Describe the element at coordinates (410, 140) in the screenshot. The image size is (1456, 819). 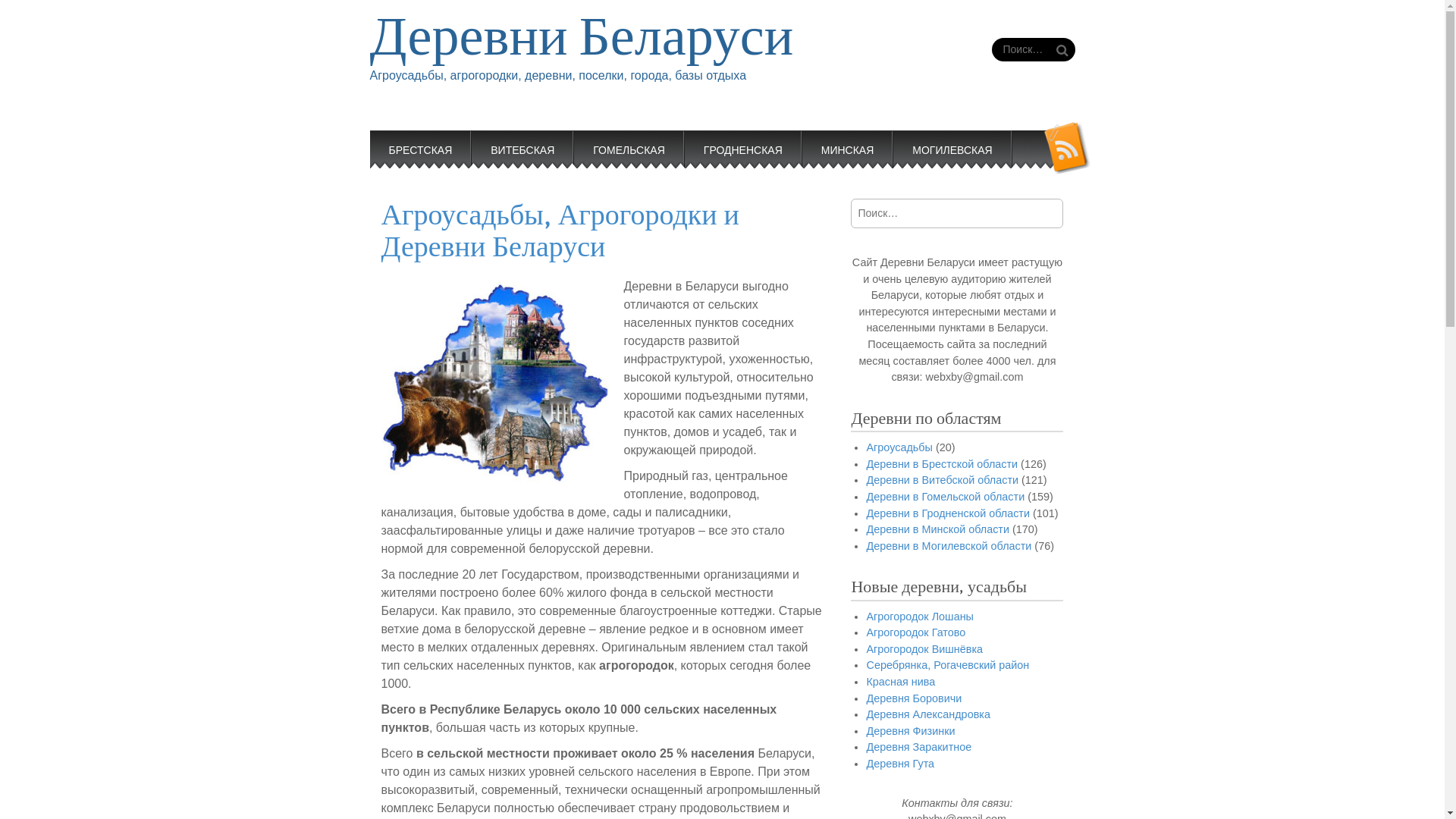
I see `'Skip to content'` at that location.